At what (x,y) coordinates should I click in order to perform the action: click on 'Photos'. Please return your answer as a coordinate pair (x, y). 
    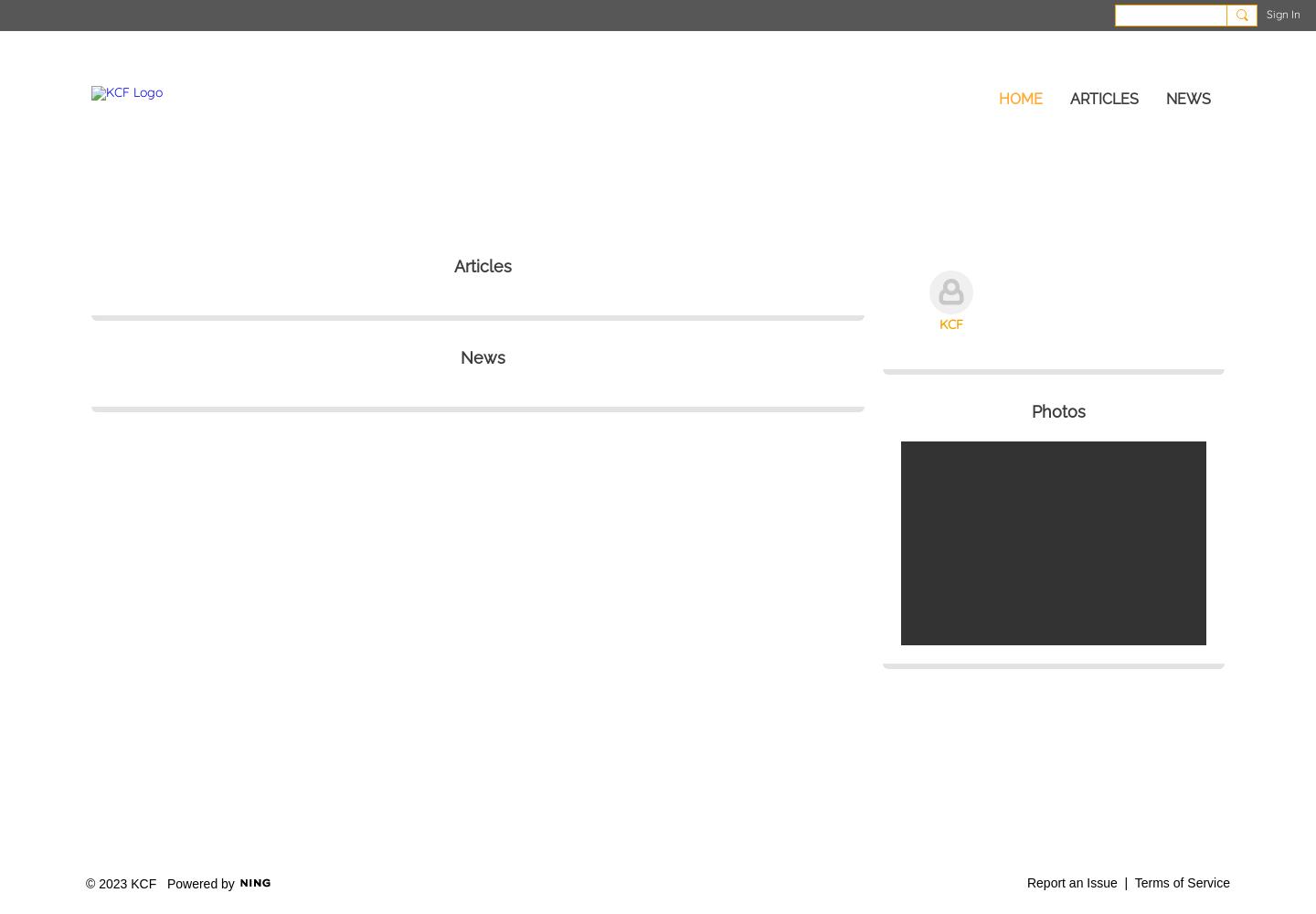
    Looking at the image, I should click on (1057, 409).